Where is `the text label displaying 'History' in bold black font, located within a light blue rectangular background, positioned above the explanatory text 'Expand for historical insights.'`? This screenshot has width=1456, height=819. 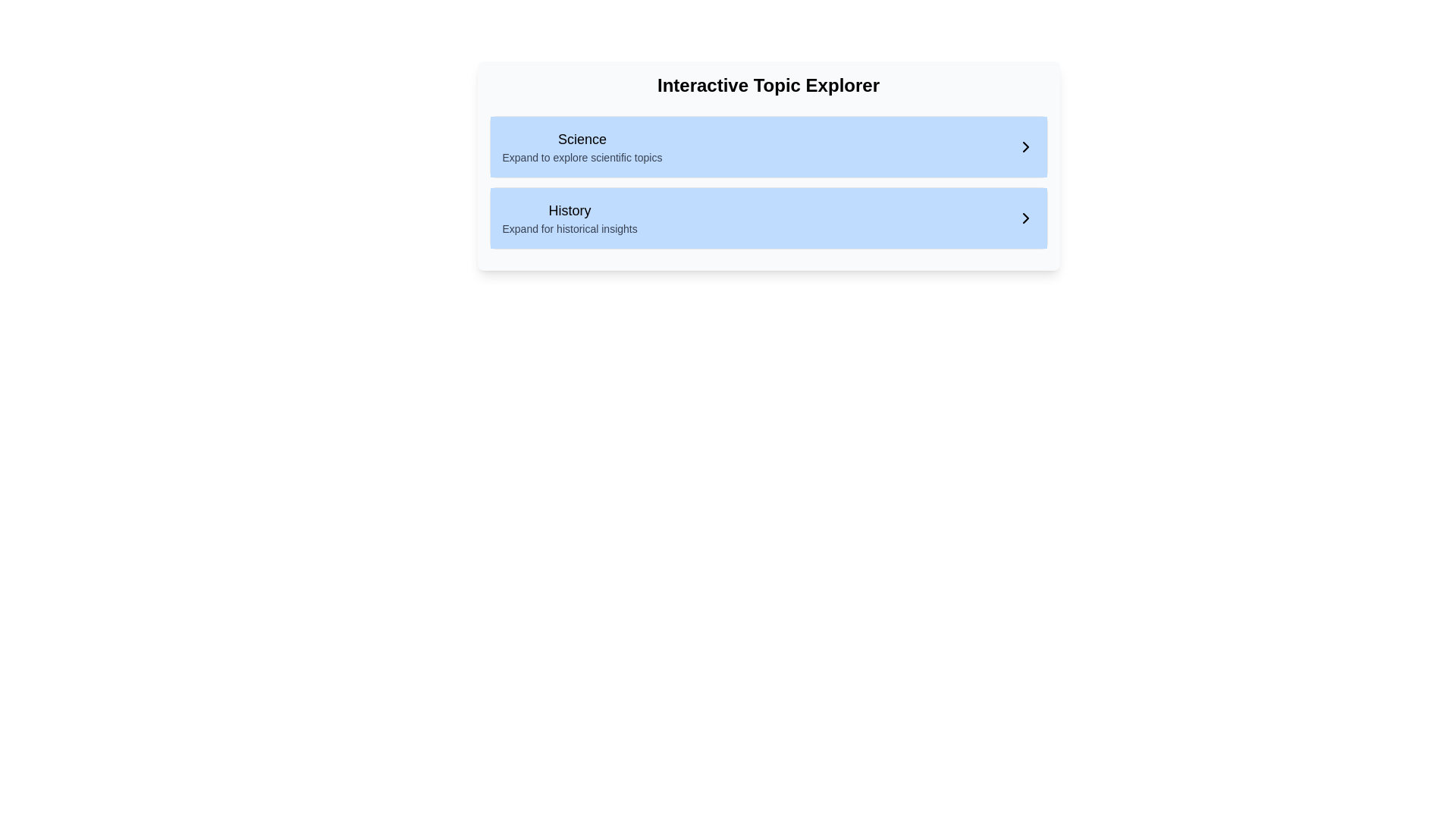
the text label displaying 'History' in bold black font, located within a light blue rectangular background, positioned above the explanatory text 'Expand for historical insights.' is located at coordinates (569, 210).